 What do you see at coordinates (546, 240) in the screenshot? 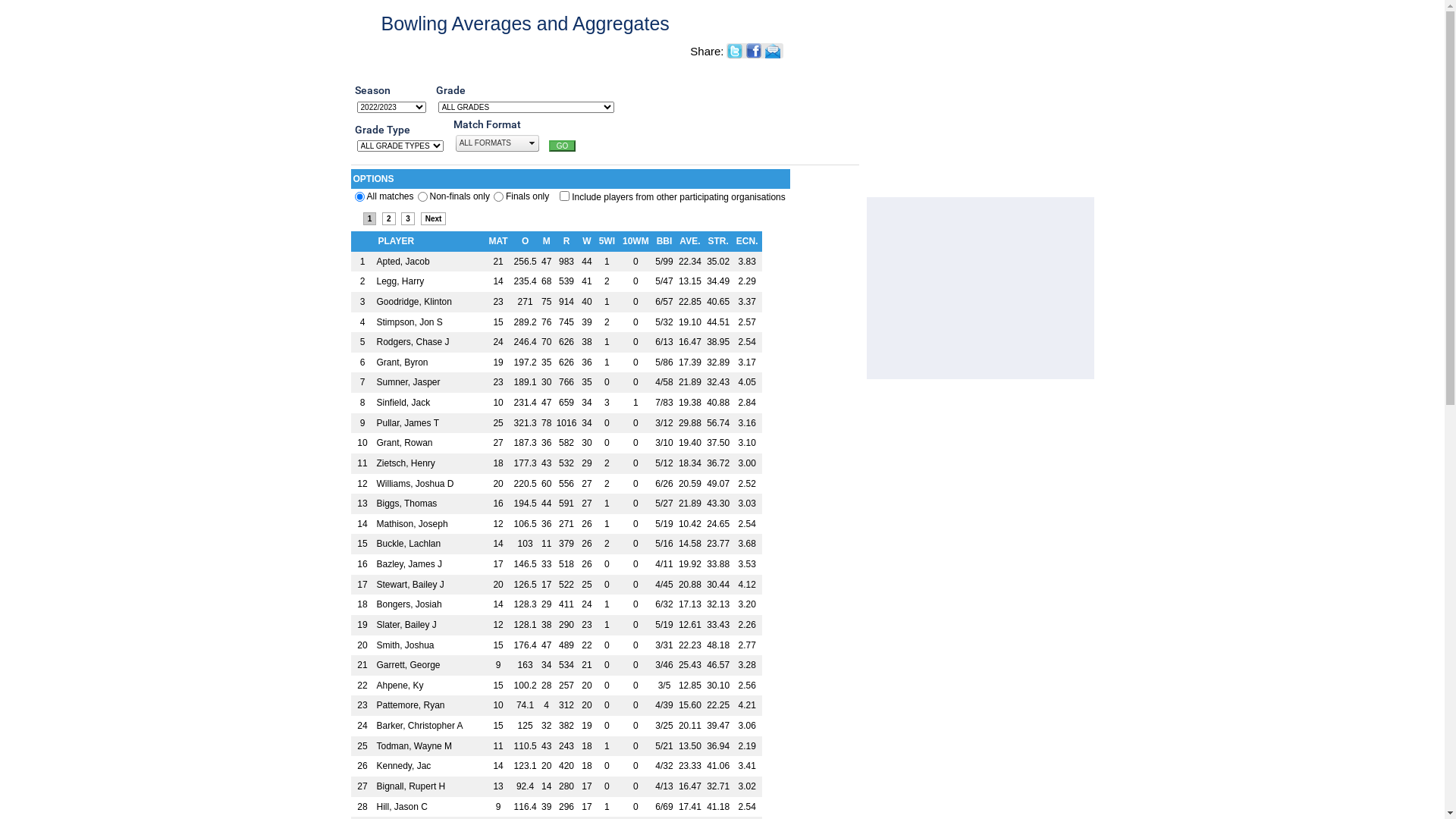
I see `'M'` at bounding box center [546, 240].